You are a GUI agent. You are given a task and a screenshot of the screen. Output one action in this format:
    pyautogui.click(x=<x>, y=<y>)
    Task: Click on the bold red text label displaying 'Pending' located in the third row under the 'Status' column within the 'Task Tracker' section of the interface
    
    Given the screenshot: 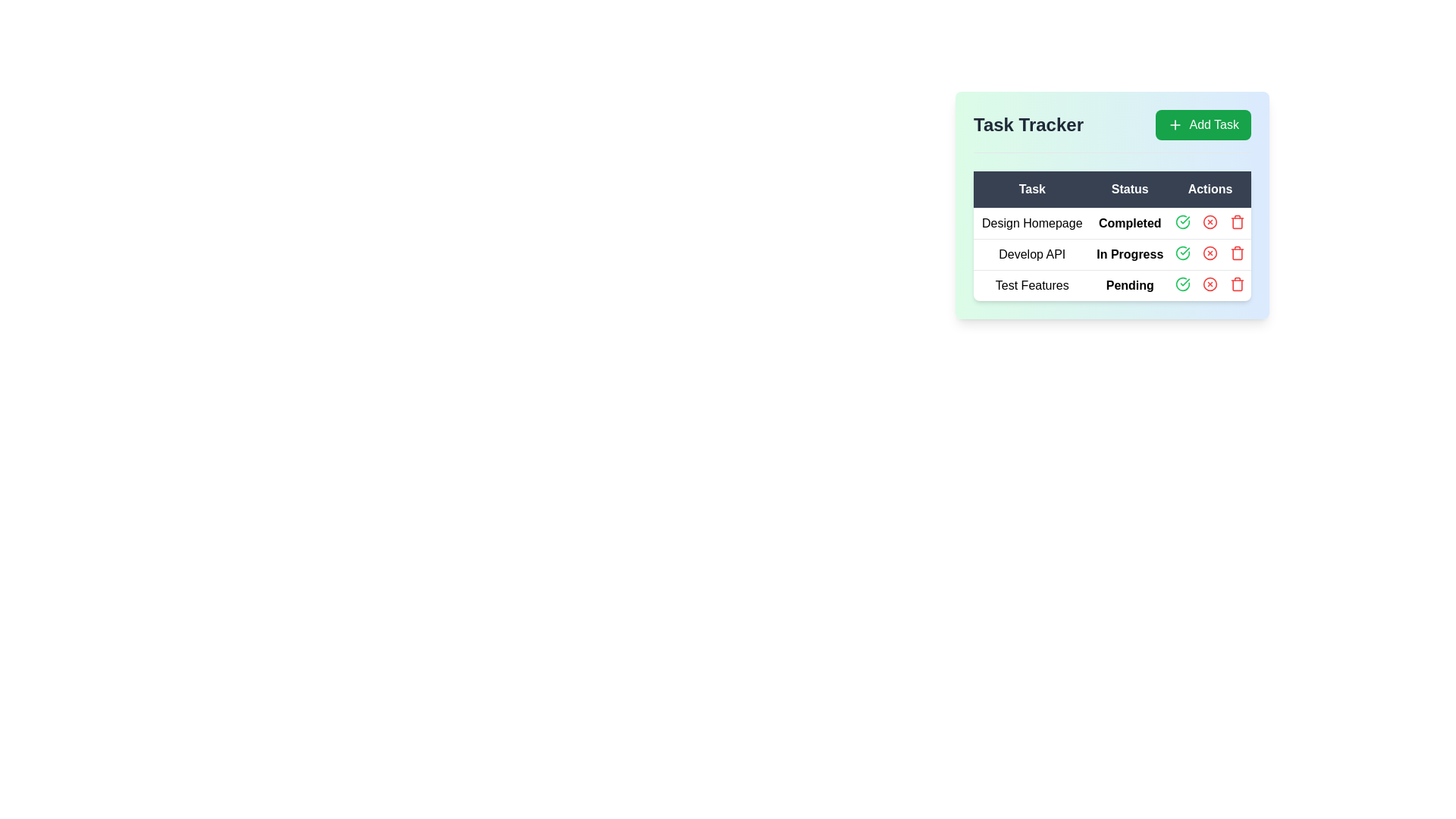 What is the action you would take?
    pyautogui.click(x=1130, y=285)
    